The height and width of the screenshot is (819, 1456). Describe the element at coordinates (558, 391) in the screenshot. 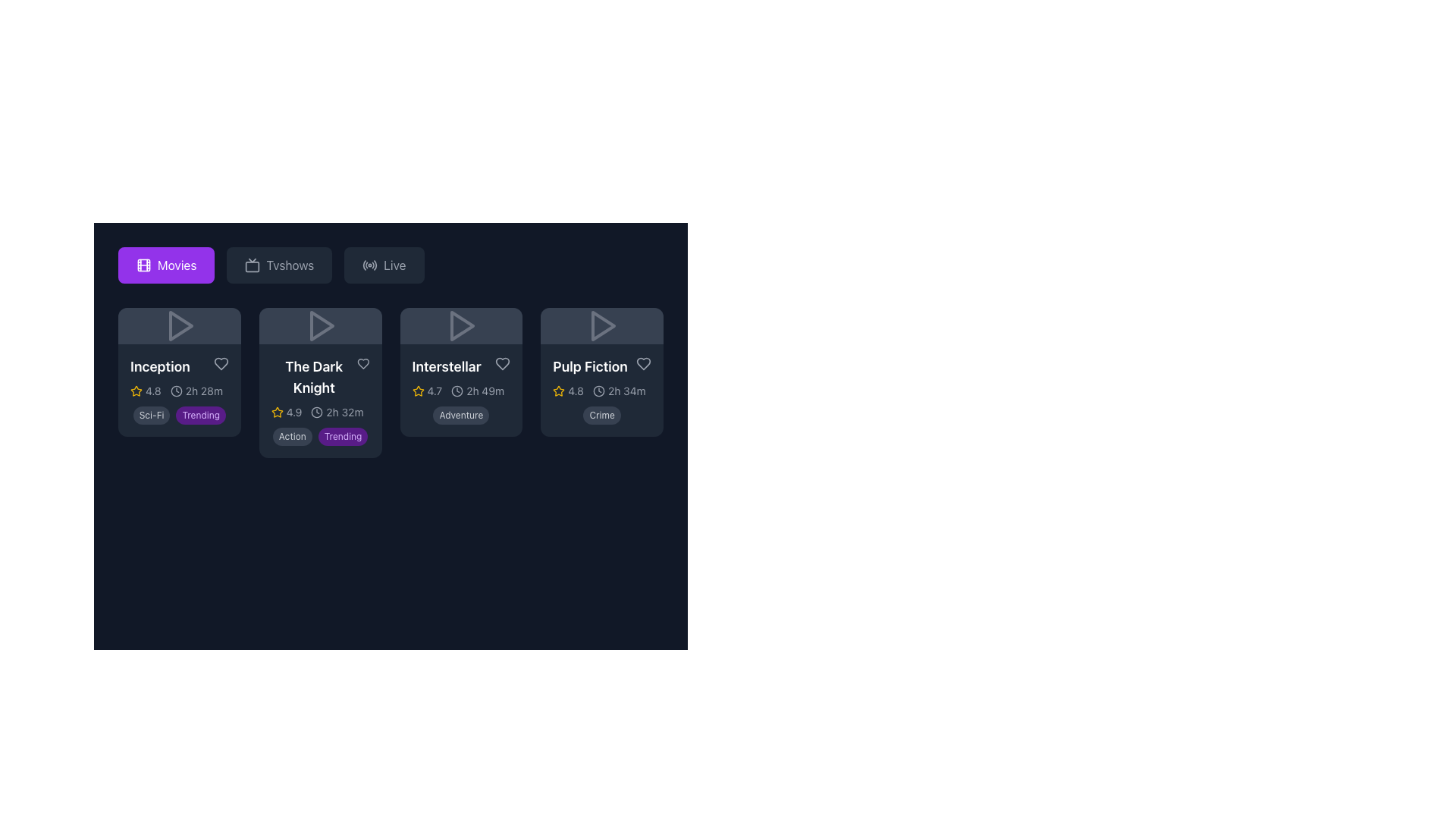

I see `the rating icon for the movie 'Pulp Fiction', which visually indicates its rating of 4.8` at that location.